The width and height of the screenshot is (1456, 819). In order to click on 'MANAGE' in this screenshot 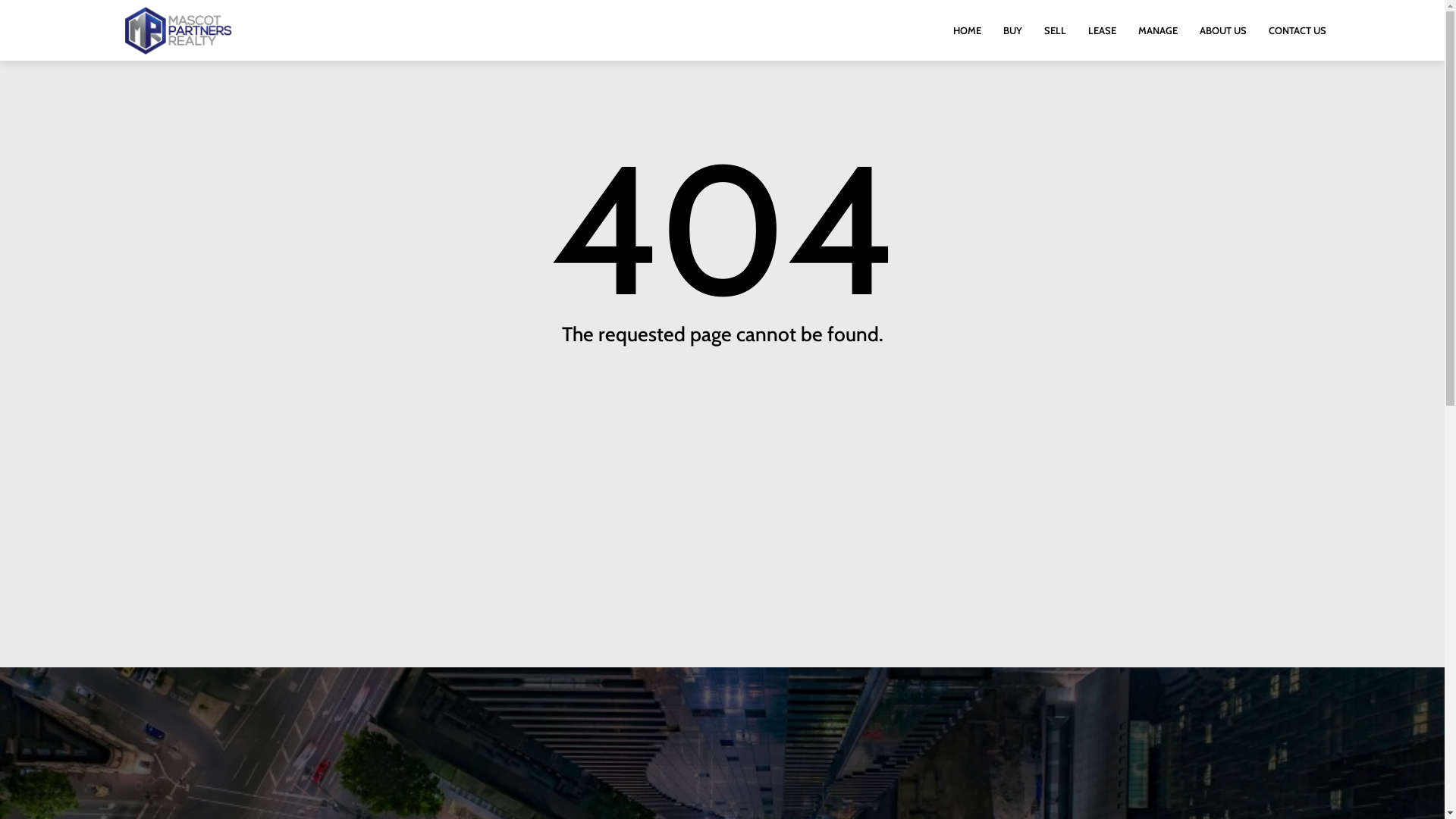, I will do `click(1156, 30)`.